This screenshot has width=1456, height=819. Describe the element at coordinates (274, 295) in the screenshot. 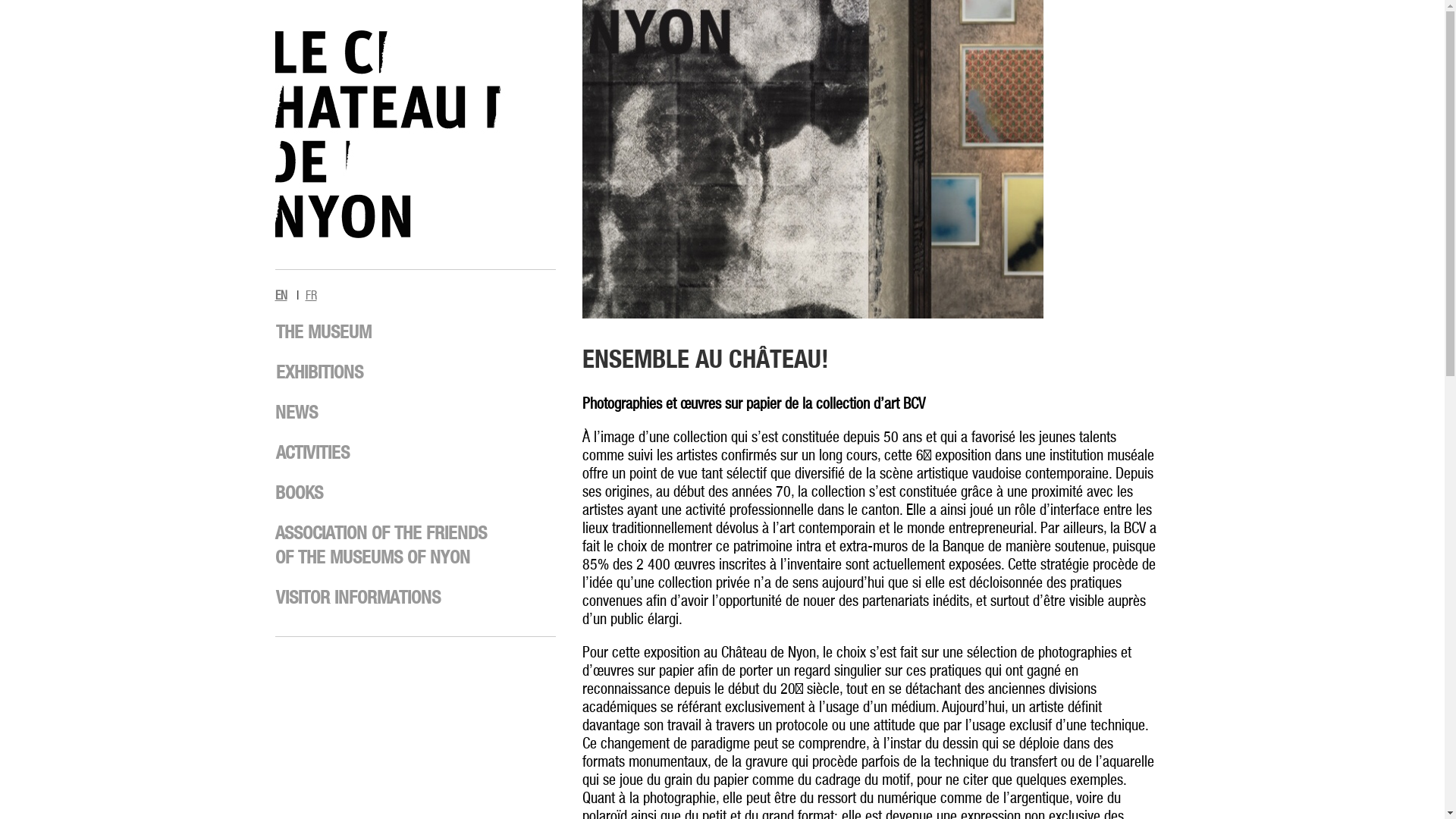

I see `'EN'` at that location.